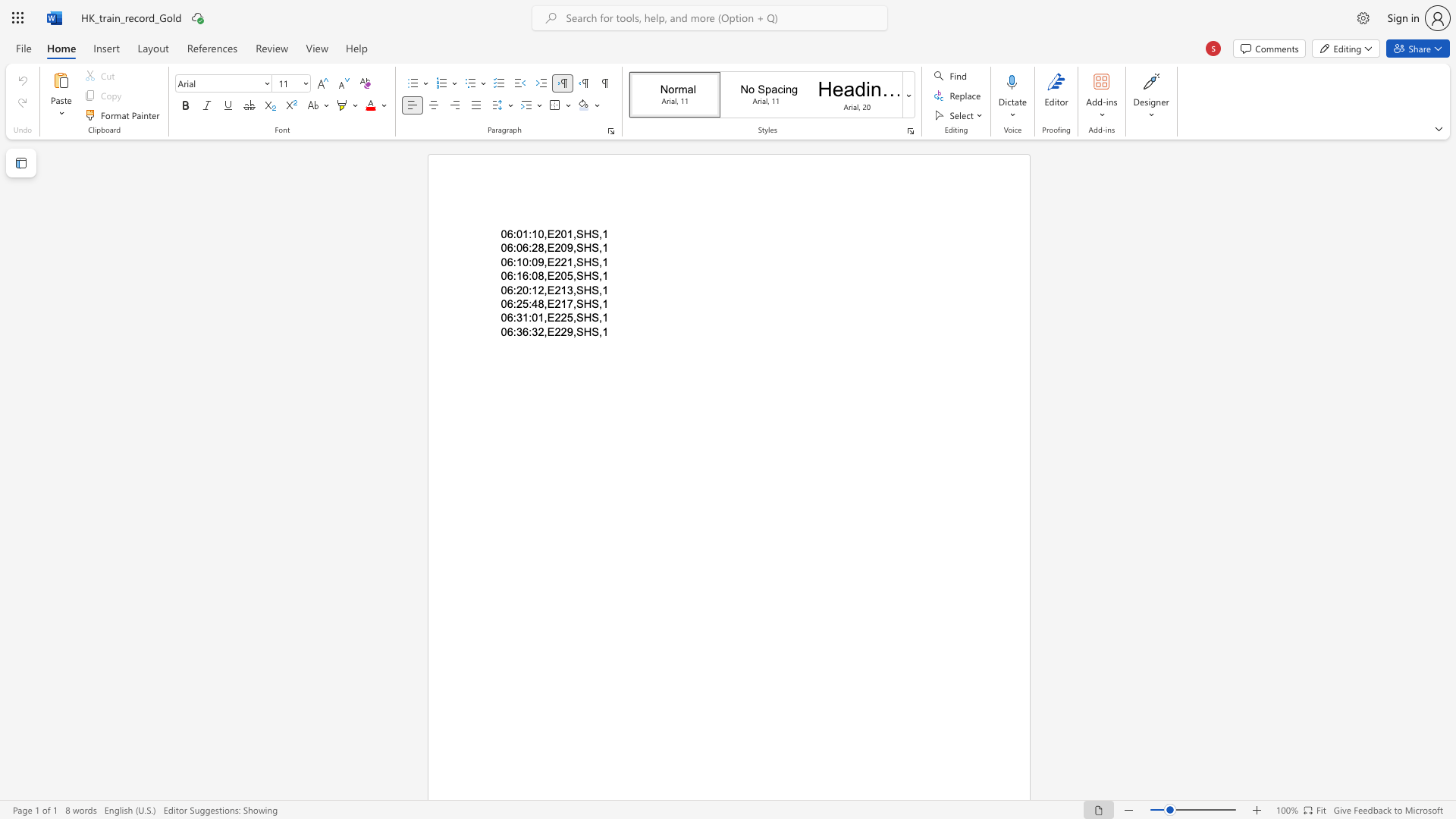 Image resolution: width=1456 pixels, height=819 pixels. What do you see at coordinates (579, 290) in the screenshot?
I see `the 1th character "S" in the text` at bounding box center [579, 290].